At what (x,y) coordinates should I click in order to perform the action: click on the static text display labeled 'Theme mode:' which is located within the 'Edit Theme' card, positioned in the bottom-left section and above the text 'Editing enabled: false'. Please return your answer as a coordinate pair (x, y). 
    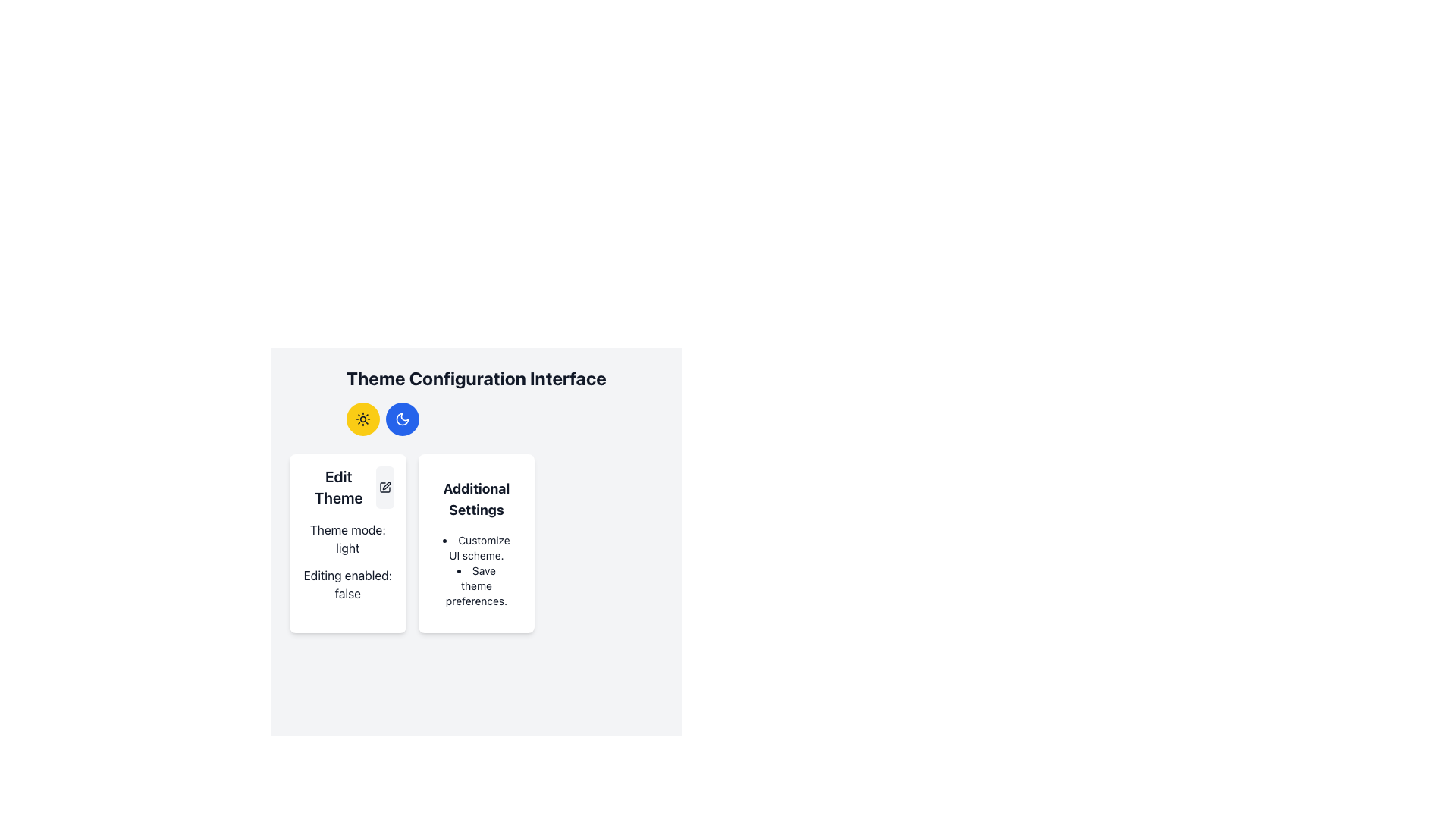
    Looking at the image, I should click on (347, 538).